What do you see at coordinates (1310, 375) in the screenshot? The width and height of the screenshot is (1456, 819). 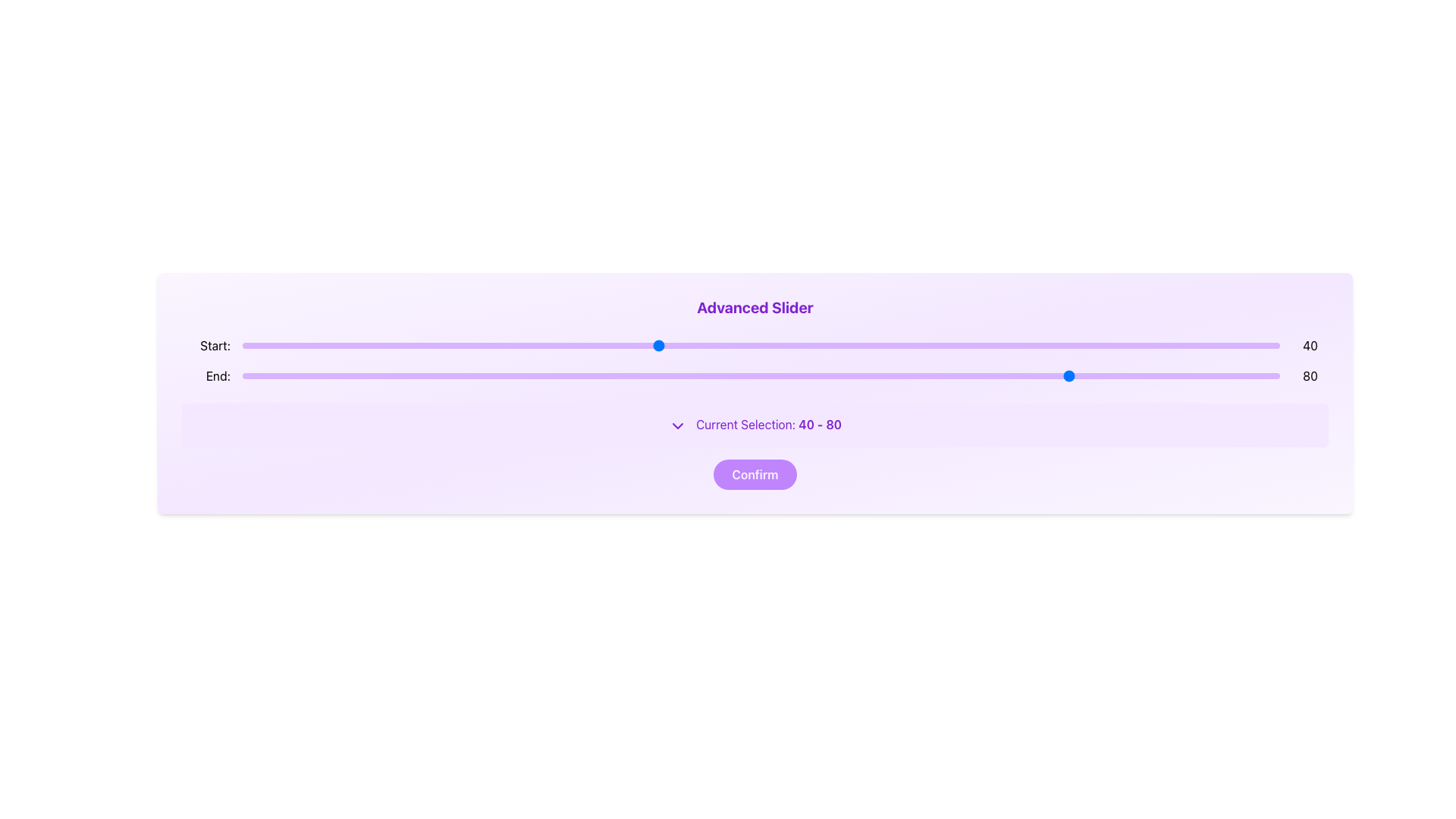 I see `the numeric indicator displaying the value '80' at the far-right end of the row labeled 'End:'` at bounding box center [1310, 375].